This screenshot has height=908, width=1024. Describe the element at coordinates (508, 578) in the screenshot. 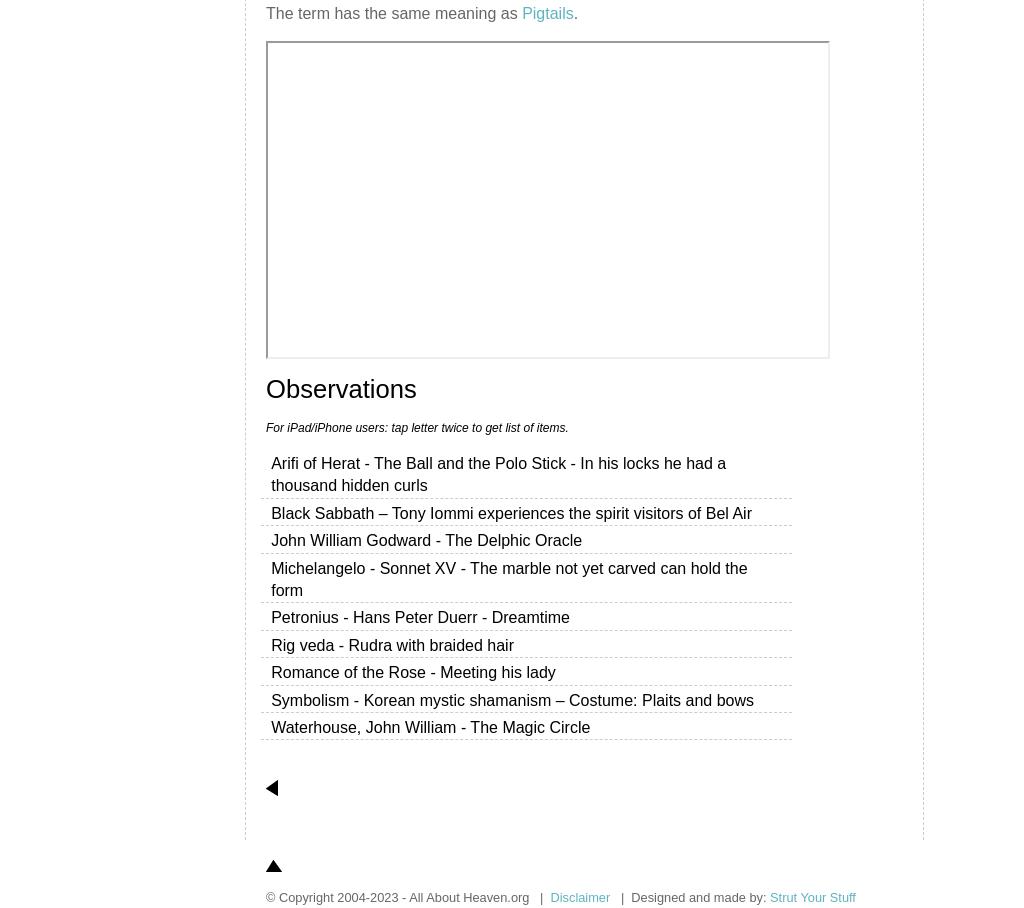

I see `'Michelangelo - Sonnet XV - The marble not yet carved can hold the form'` at that location.